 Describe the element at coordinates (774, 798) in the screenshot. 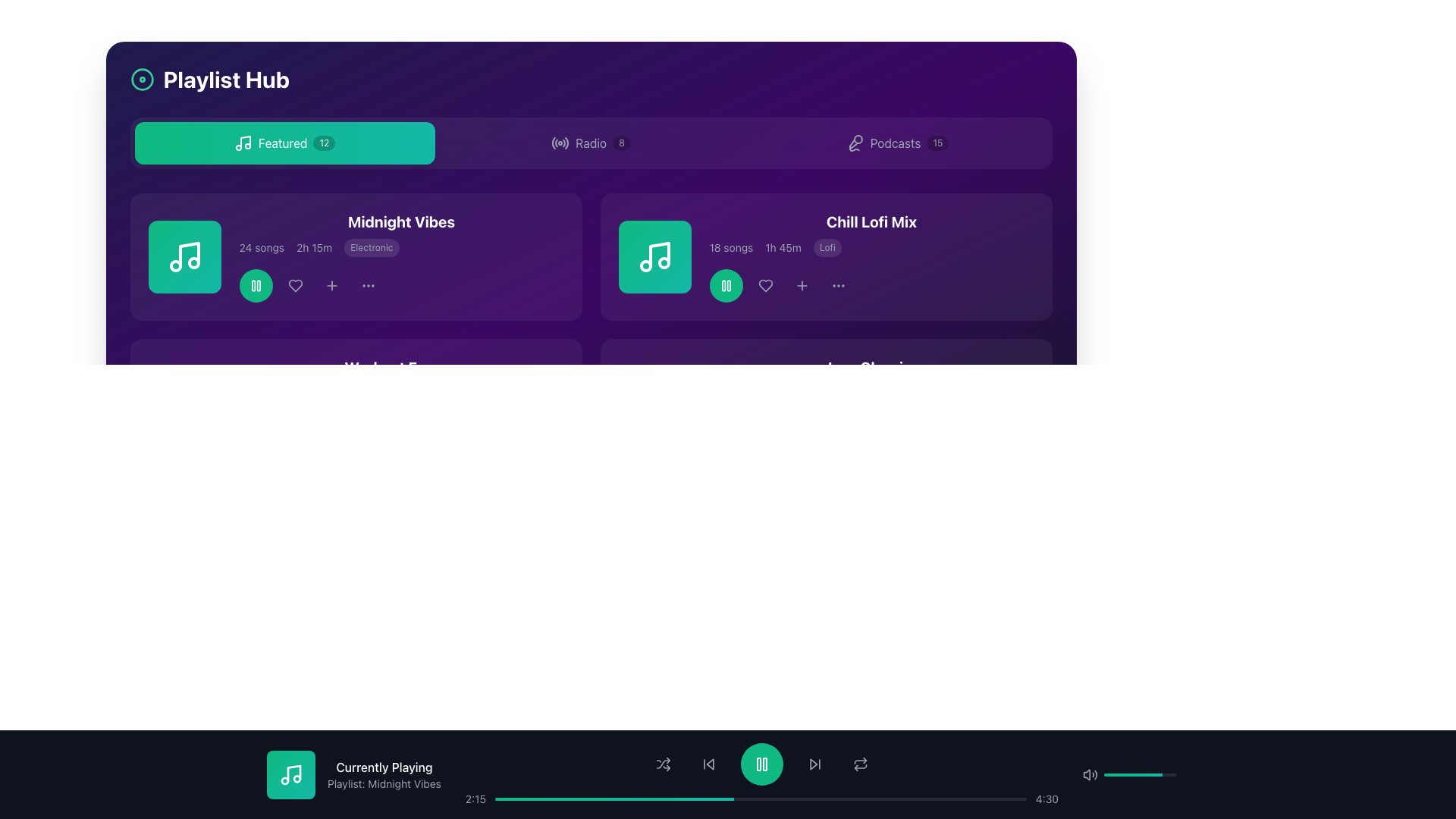

I see `playback time` at that location.